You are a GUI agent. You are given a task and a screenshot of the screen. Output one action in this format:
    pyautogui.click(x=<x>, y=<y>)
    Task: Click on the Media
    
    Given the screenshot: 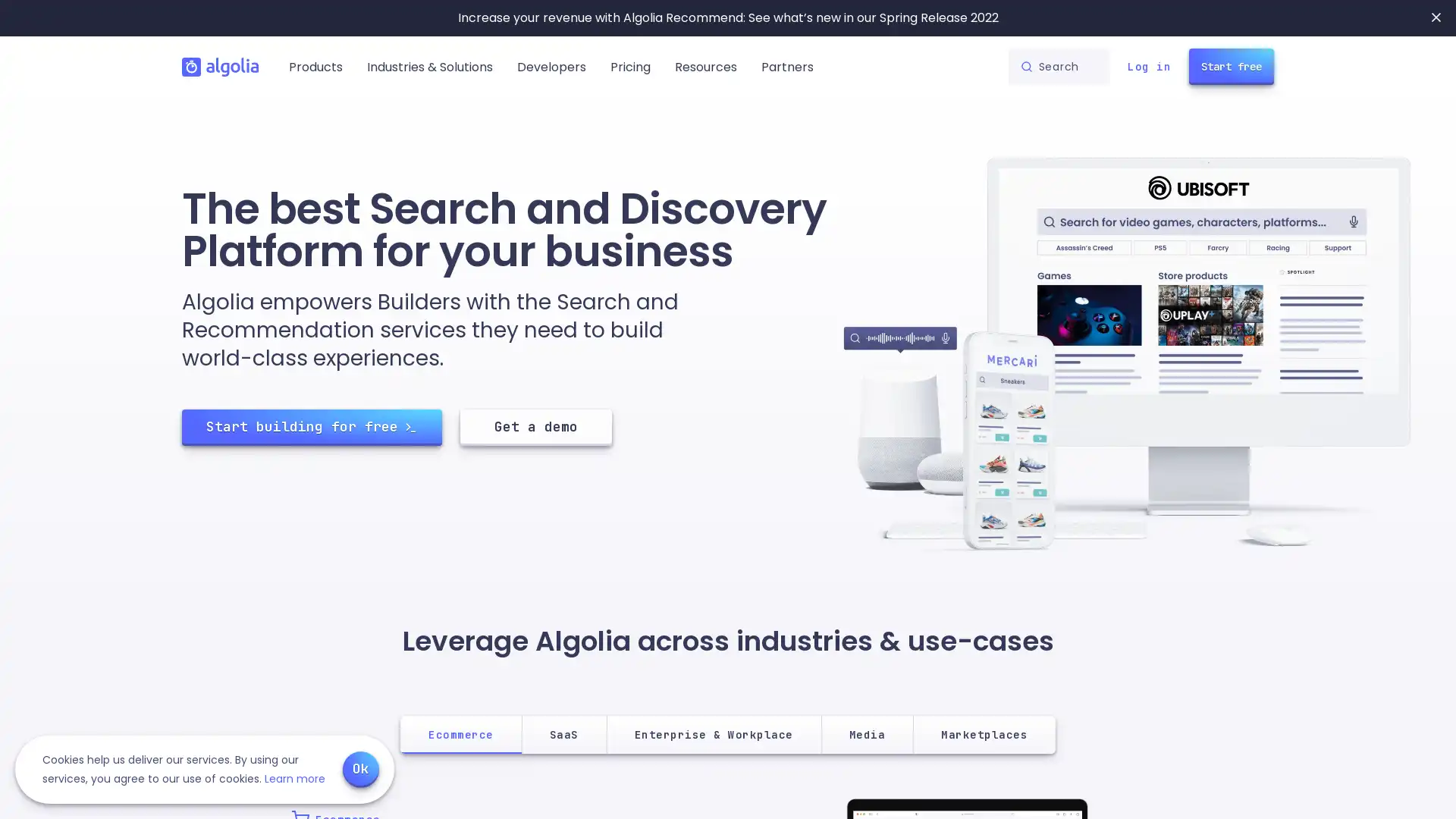 What is the action you would take?
    pyautogui.click(x=866, y=733)
    